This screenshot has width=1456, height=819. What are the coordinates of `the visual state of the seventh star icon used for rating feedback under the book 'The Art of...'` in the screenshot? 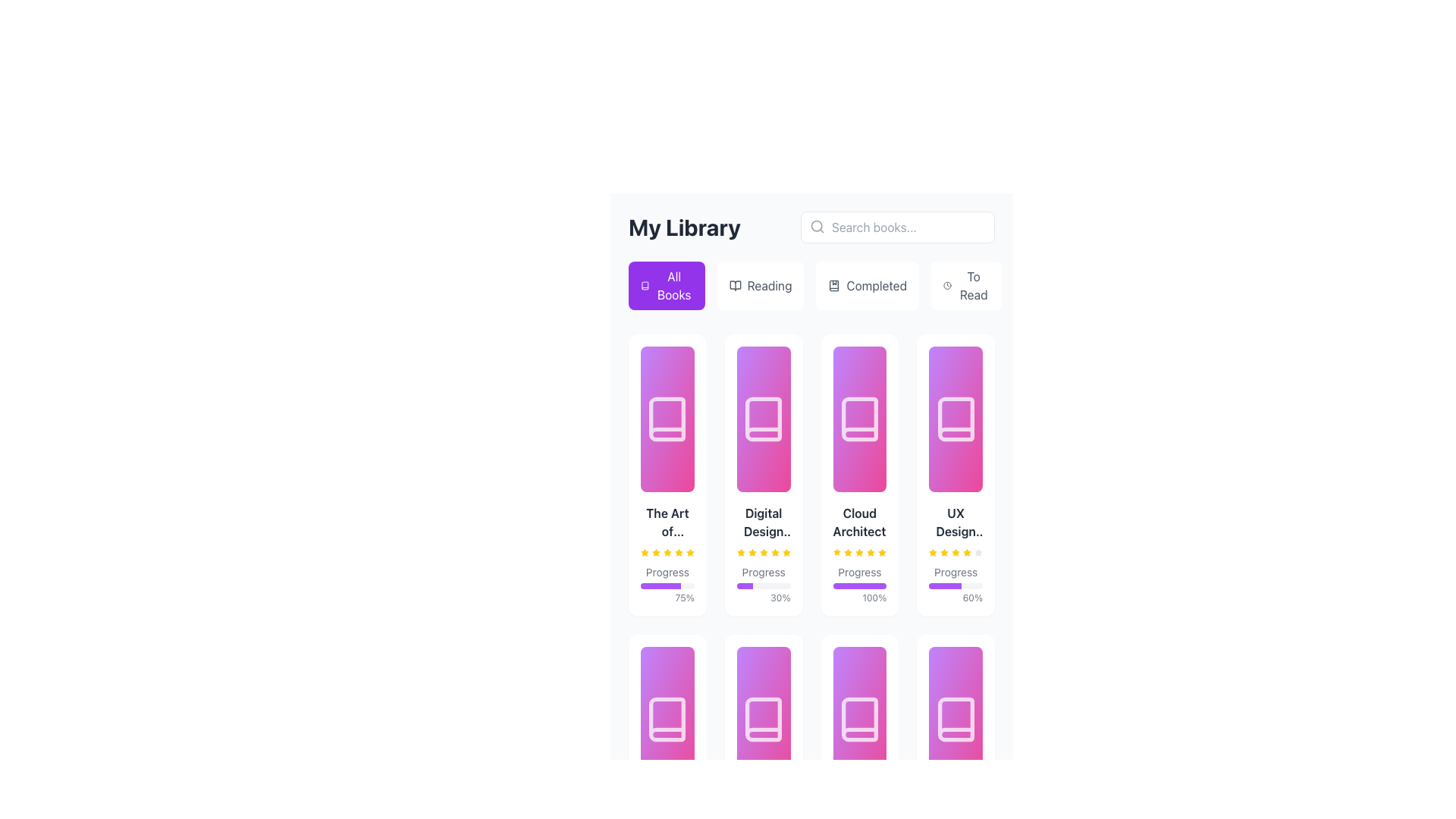 It's located at (678, 553).